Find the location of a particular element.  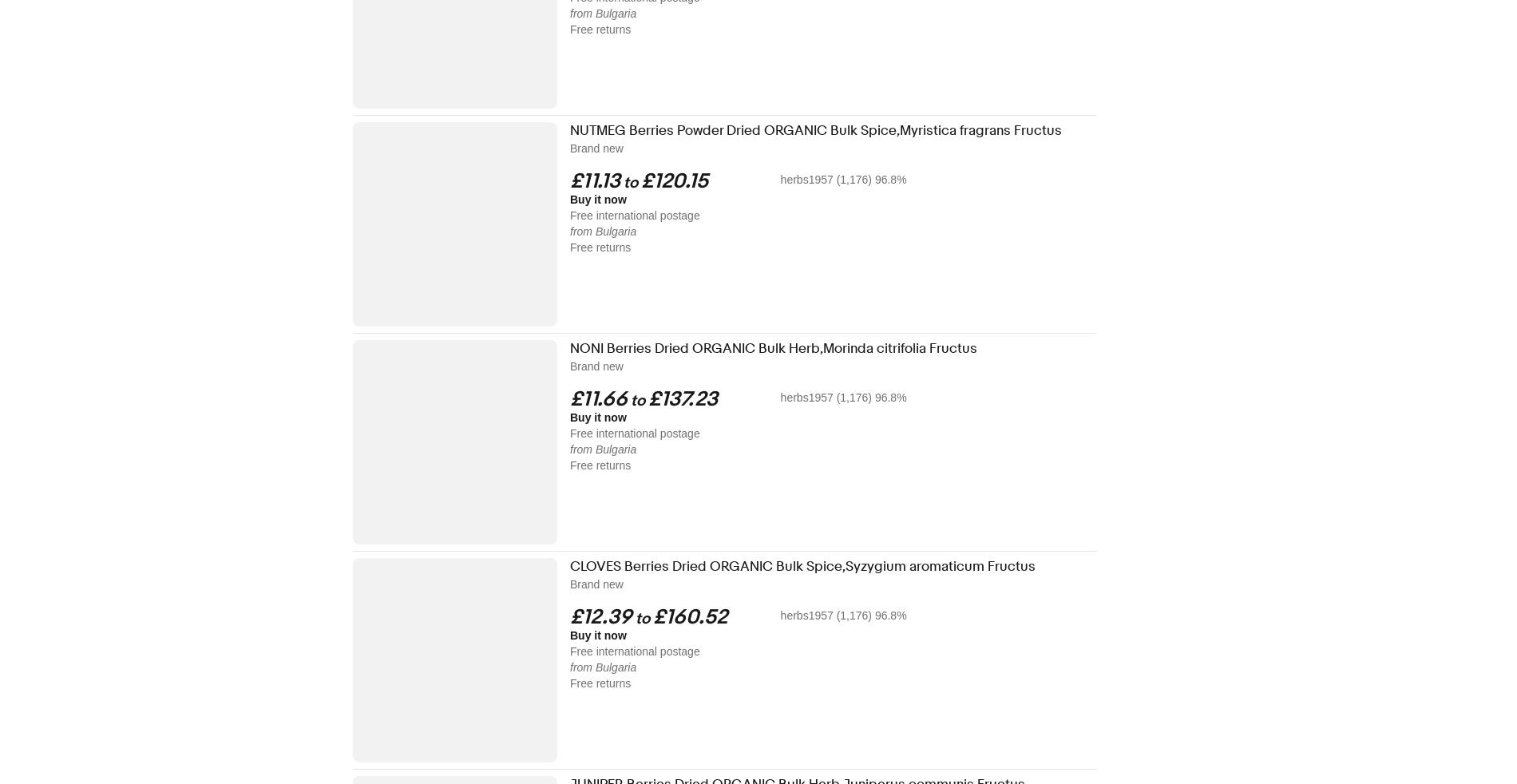

'£137.23' is located at coordinates (682, 398).